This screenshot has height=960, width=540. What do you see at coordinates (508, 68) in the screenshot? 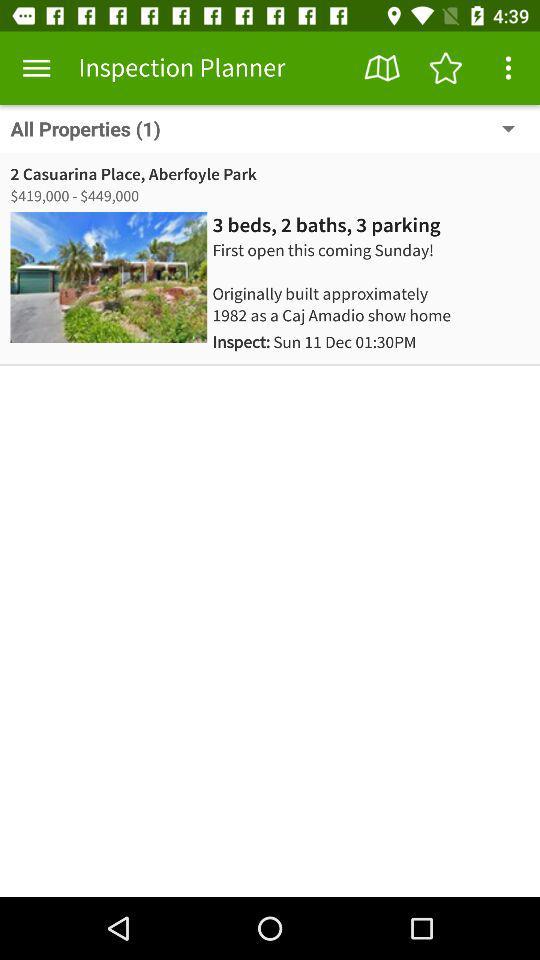
I see `setting options` at bounding box center [508, 68].